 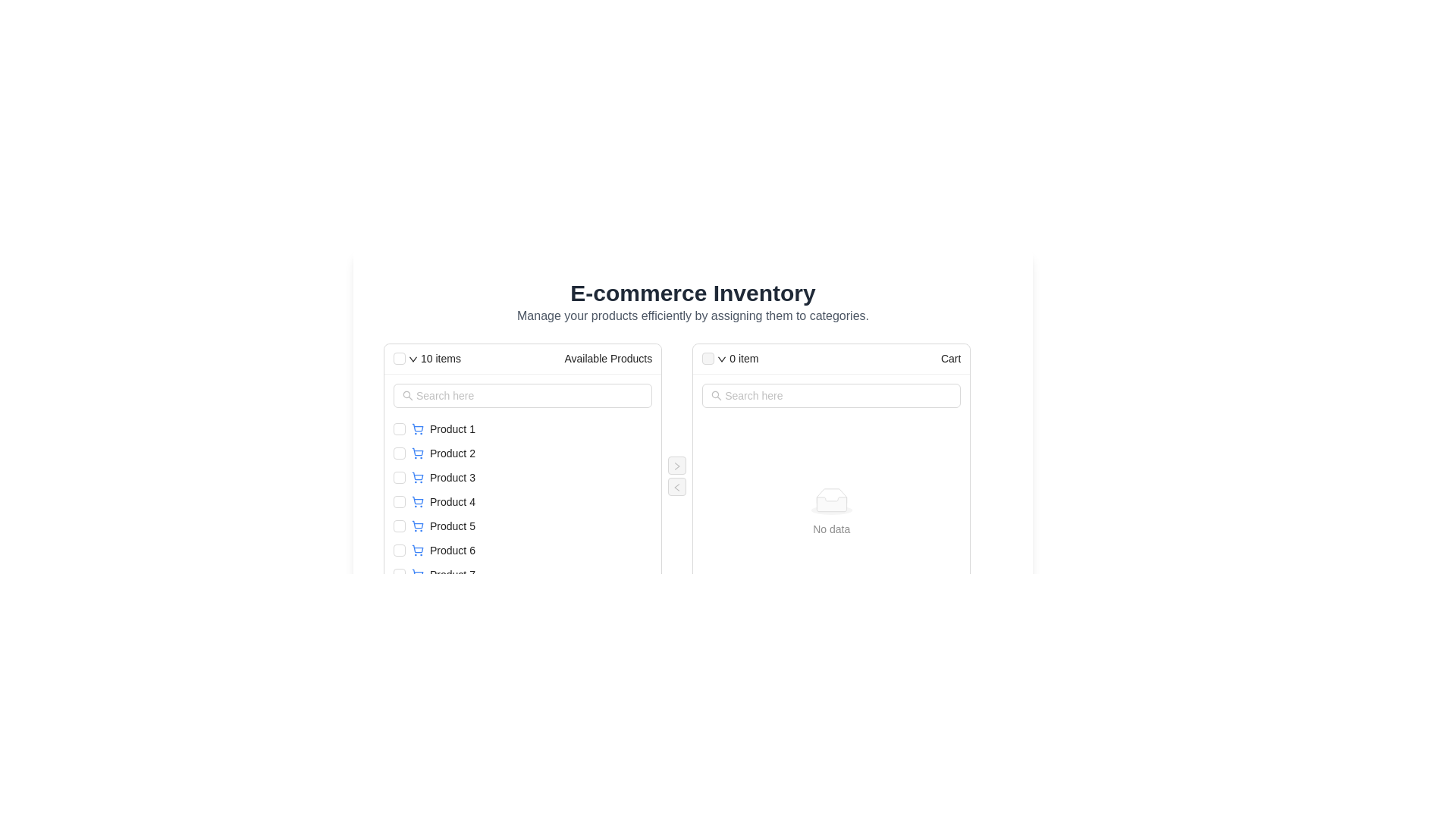 What do you see at coordinates (418, 549) in the screenshot?
I see `the vector graphic representing the option to add 'Product 6' to the shopping cart, which is located next to the product text` at bounding box center [418, 549].